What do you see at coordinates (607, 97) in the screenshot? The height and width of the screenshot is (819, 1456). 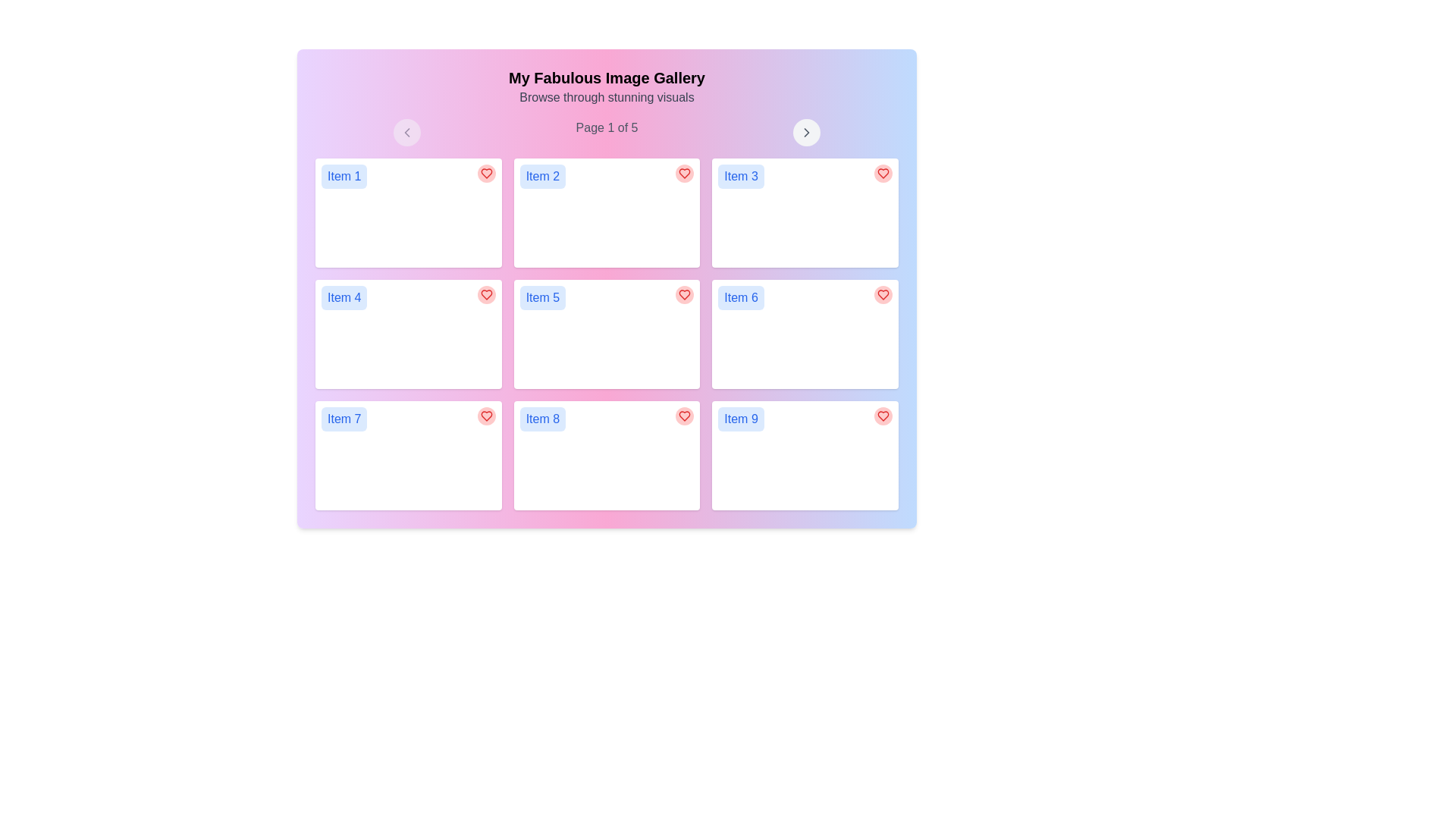 I see `the Text Label that provides a descriptive subtitle for the gallery, located below the header title 'My Fabulous Image Gallery' and centered horizontally` at bounding box center [607, 97].